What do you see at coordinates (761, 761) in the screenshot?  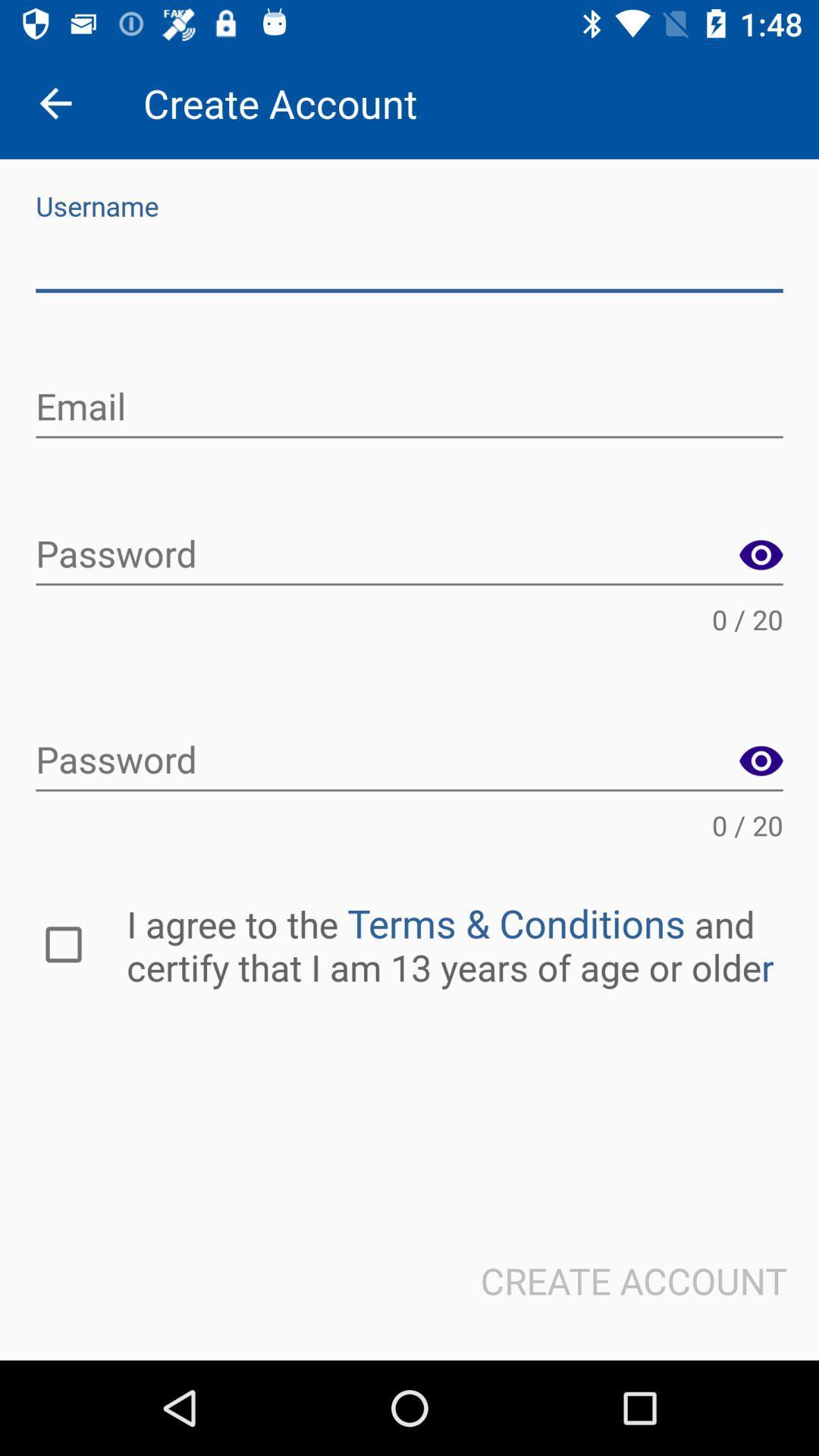 I see `to see password` at bounding box center [761, 761].